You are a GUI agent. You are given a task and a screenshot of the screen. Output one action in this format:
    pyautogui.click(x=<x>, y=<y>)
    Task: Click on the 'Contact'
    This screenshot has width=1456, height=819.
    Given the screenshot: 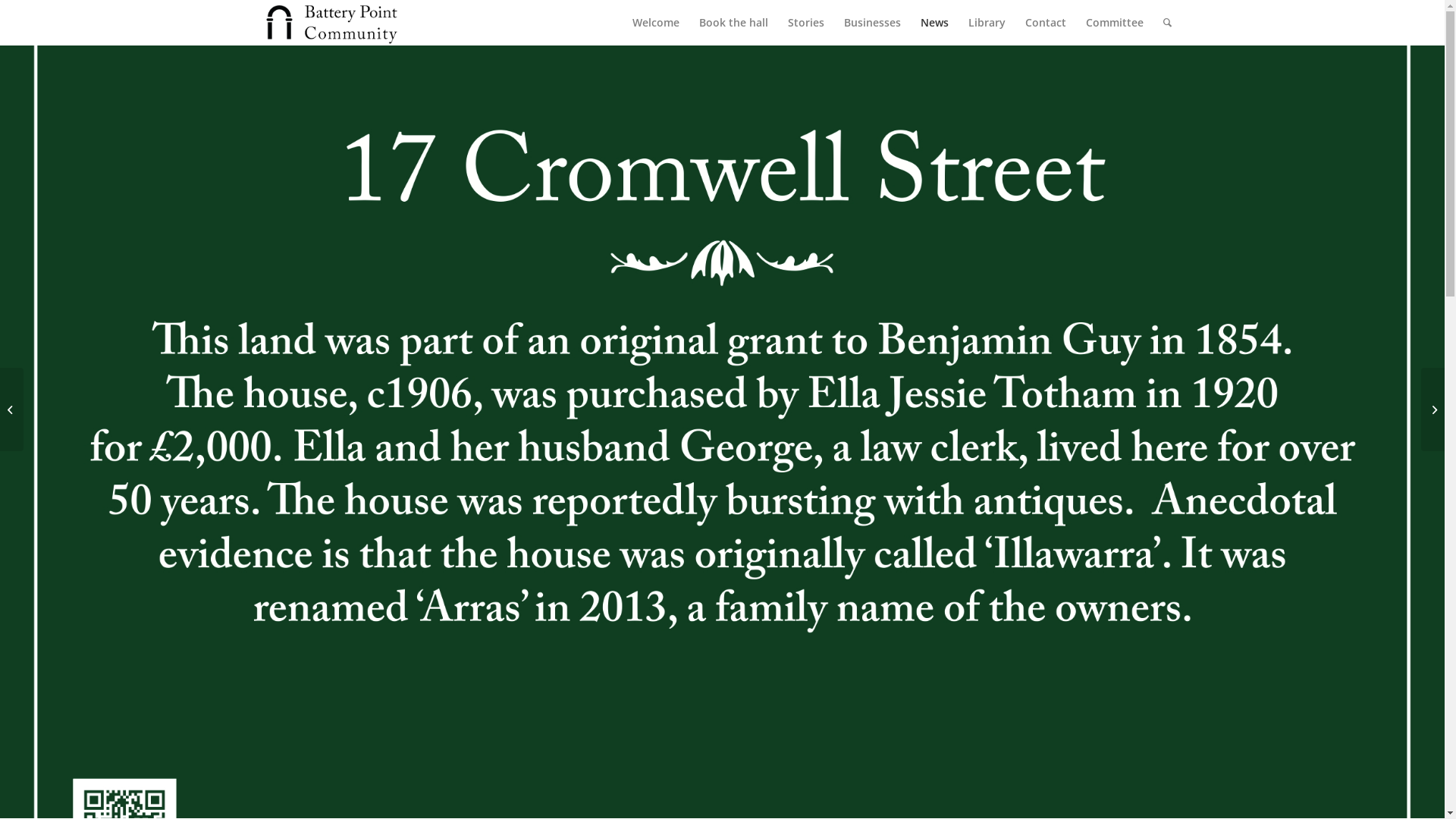 What is the action you would take?
    pyautogui.click(x=1043, y=23)
    